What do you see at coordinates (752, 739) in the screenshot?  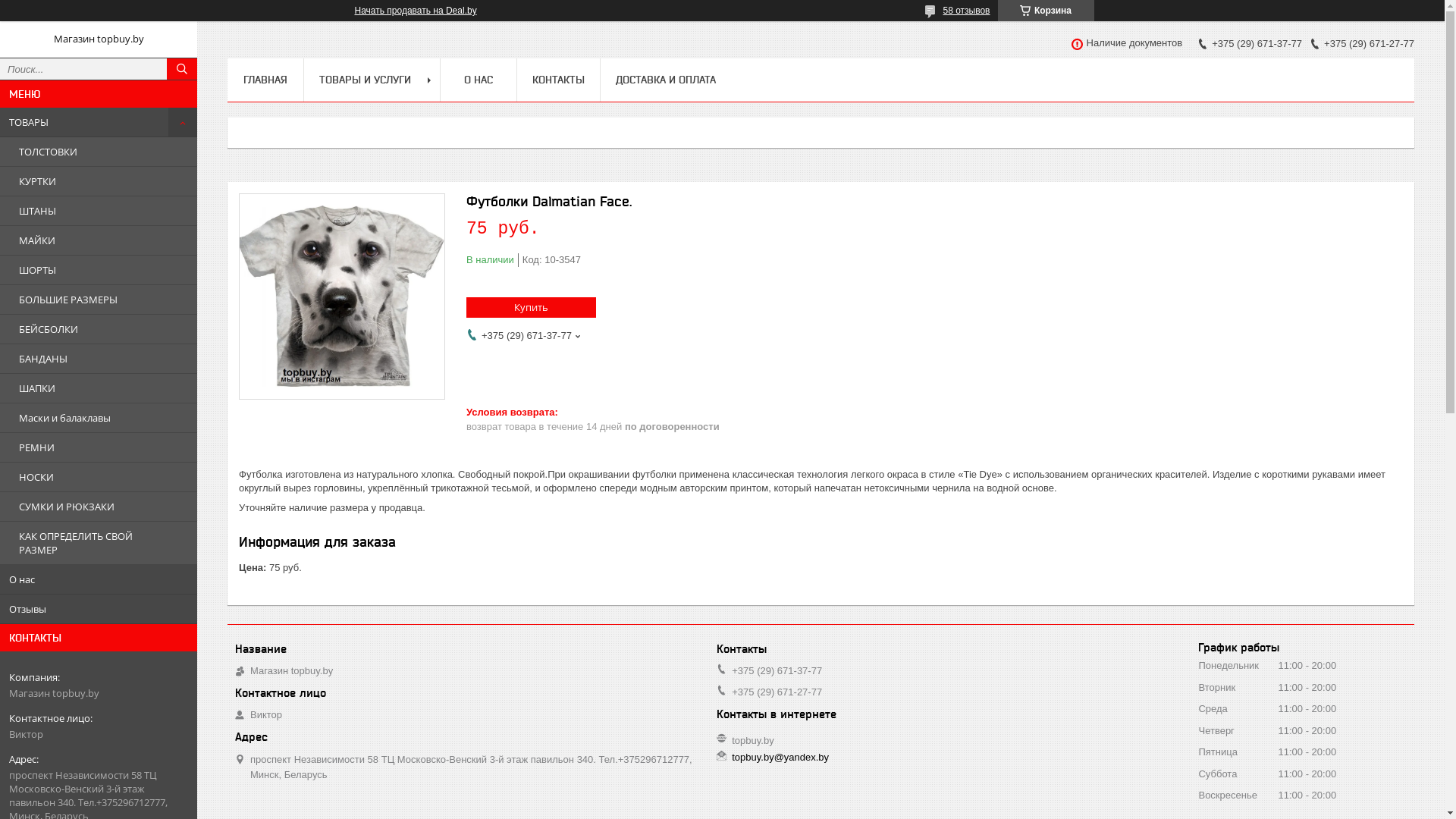 I see `'topbuy.by'` at bounding box center [752, 739].